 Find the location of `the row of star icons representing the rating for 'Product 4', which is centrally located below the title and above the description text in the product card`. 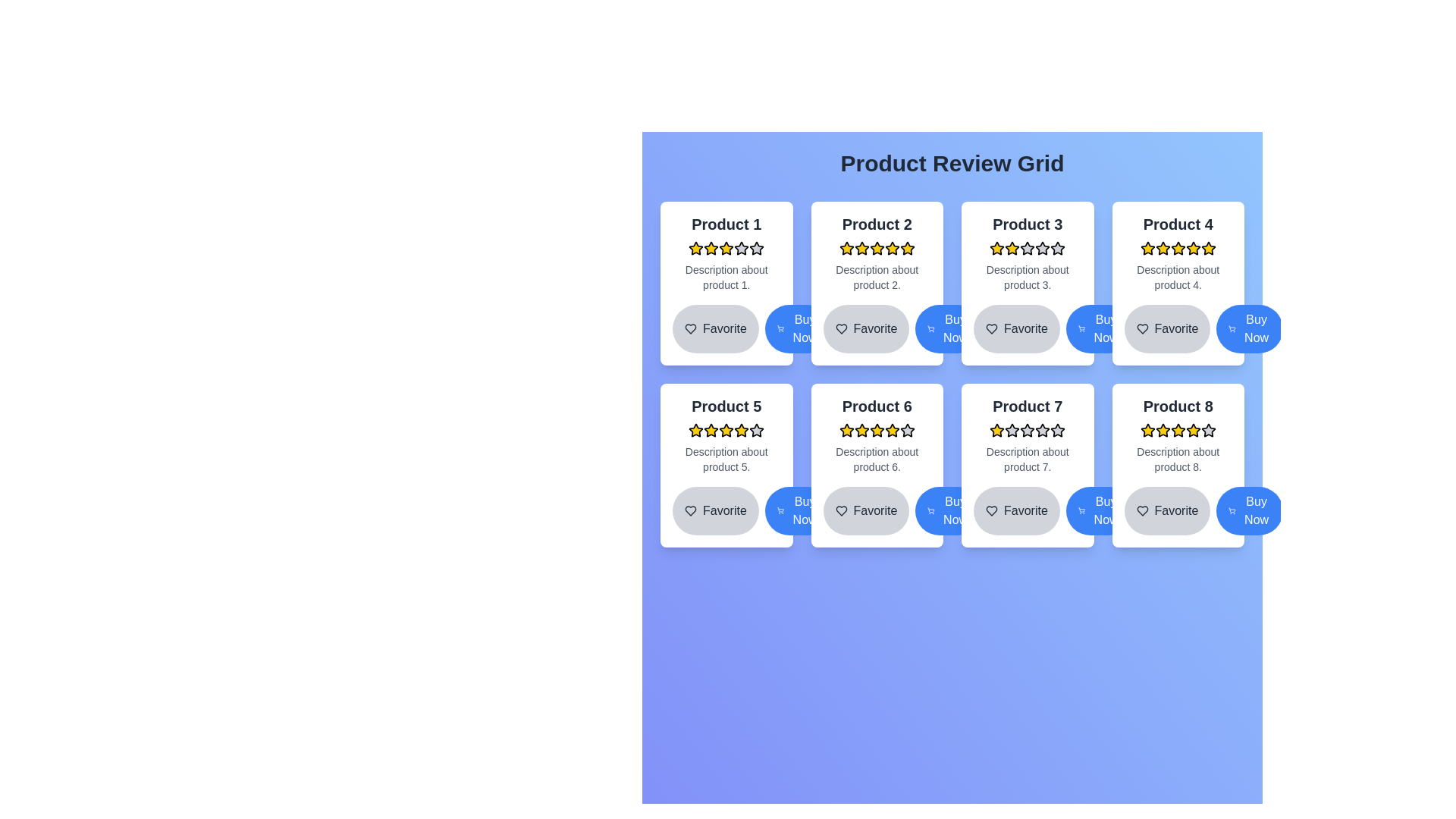

the row of star icons representing the rating for 'Product 4', which is centrally located below the title and above the description text in the product card is located at coordinates (1177, 247).